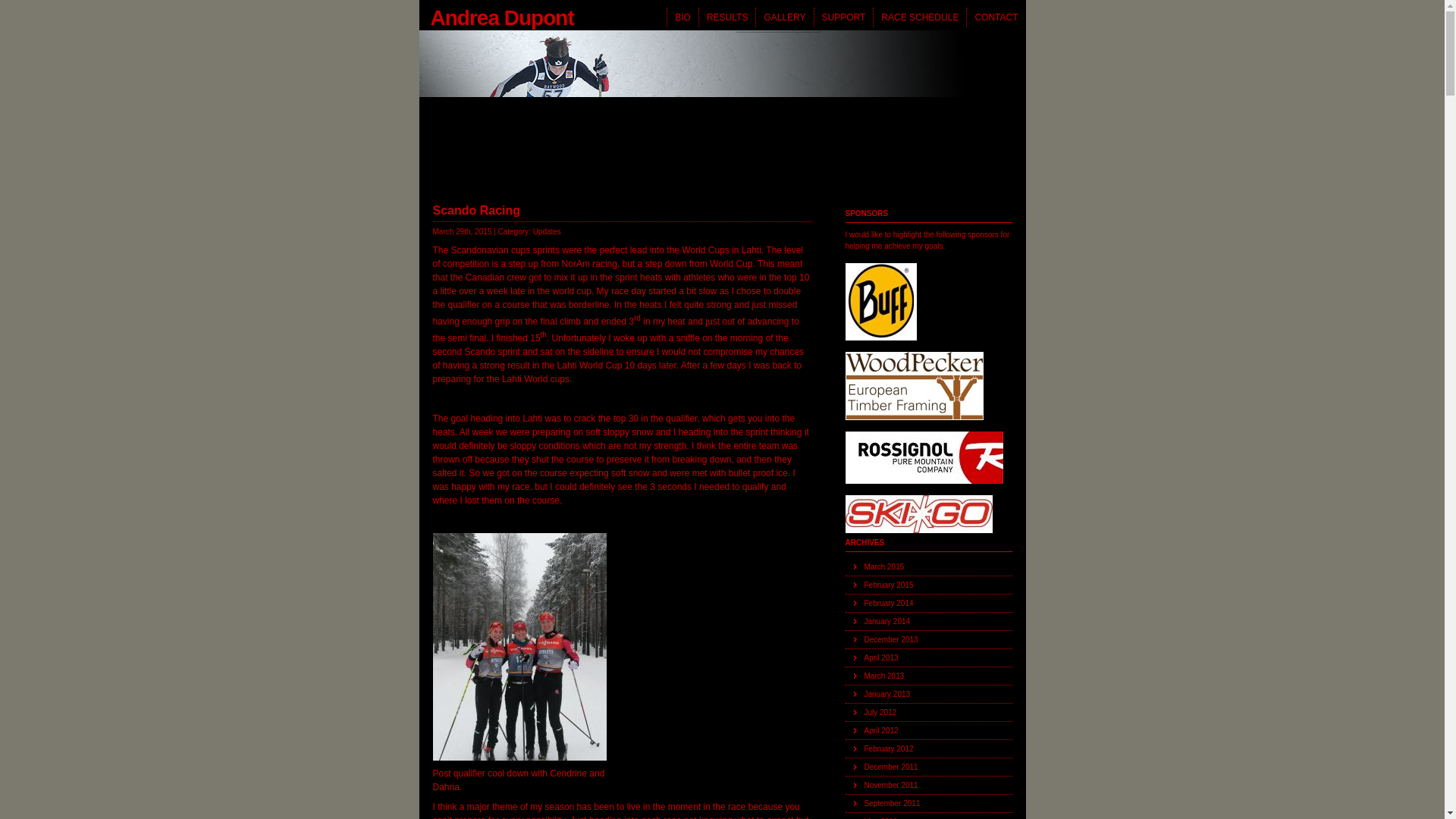 The height and width of the screenshot is (819, 1456). What do you see at coordinates (726, 17) in the screenshot?
I see `'RESULTS'` at bounding box center [726, 17].